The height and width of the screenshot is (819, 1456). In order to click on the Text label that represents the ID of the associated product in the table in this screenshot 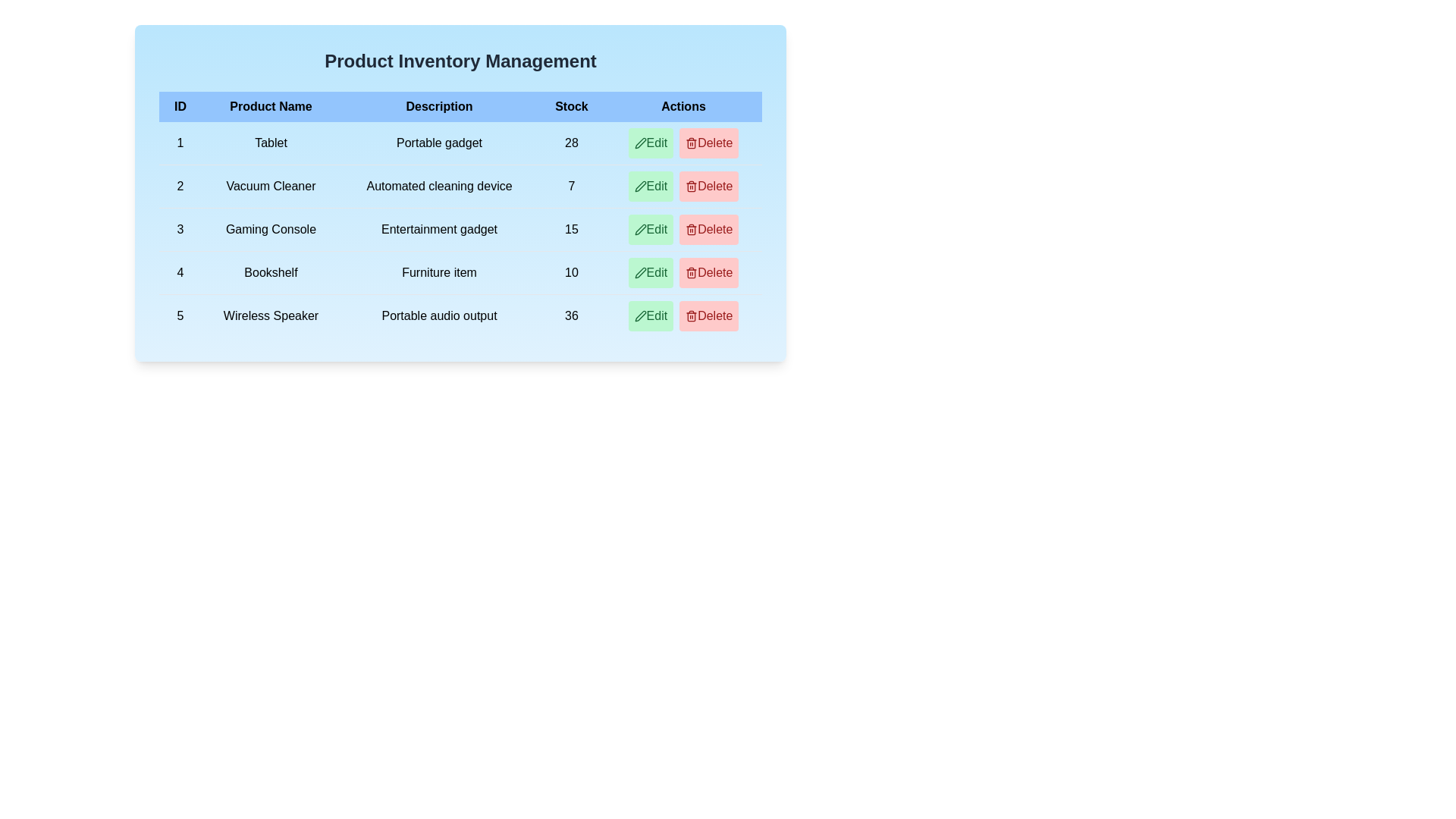, I will do `click(180, 186)`.